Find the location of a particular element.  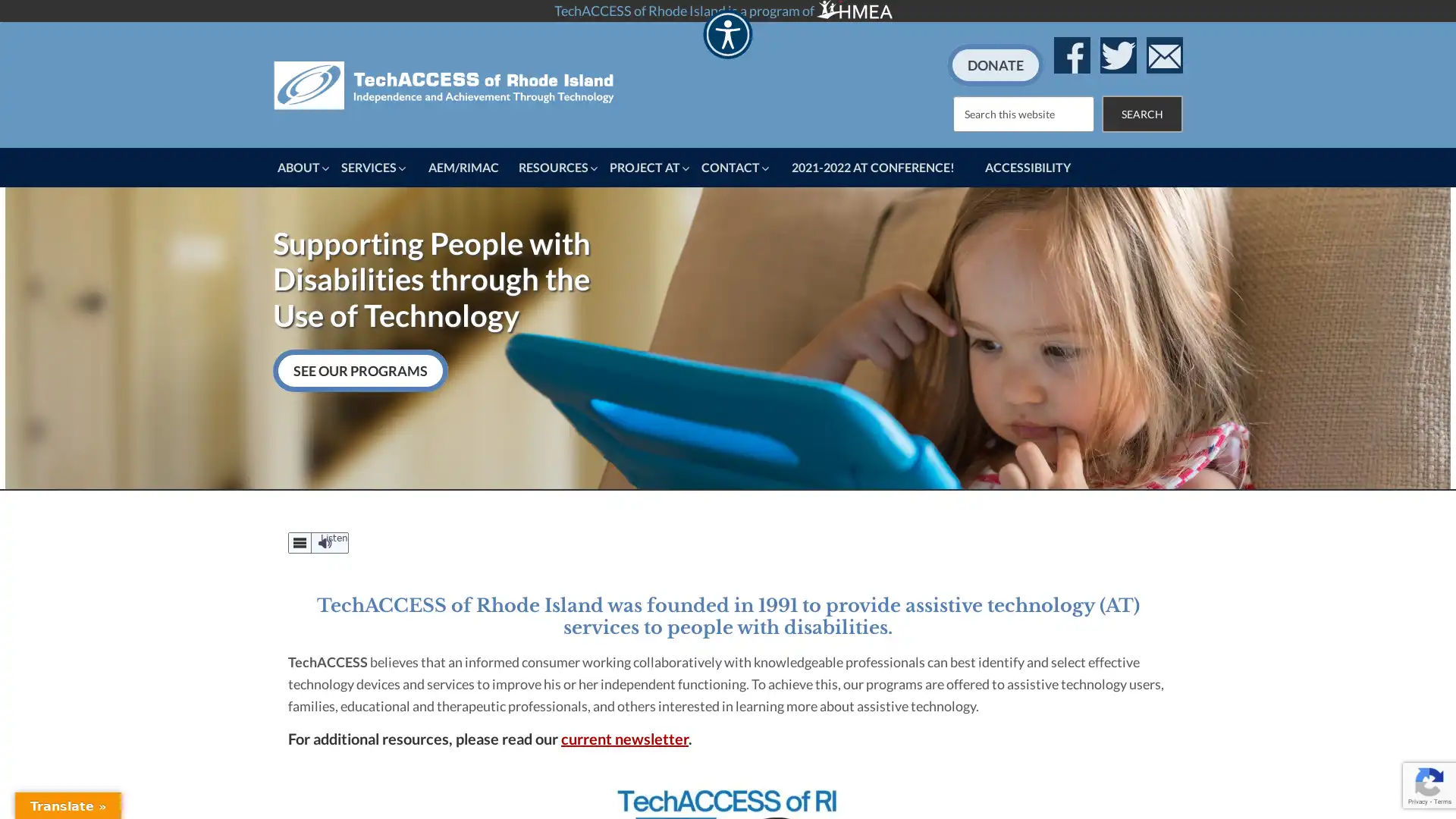

ReadSpeaker webReader: Listen with webReader is located at coordinates (318, 541).